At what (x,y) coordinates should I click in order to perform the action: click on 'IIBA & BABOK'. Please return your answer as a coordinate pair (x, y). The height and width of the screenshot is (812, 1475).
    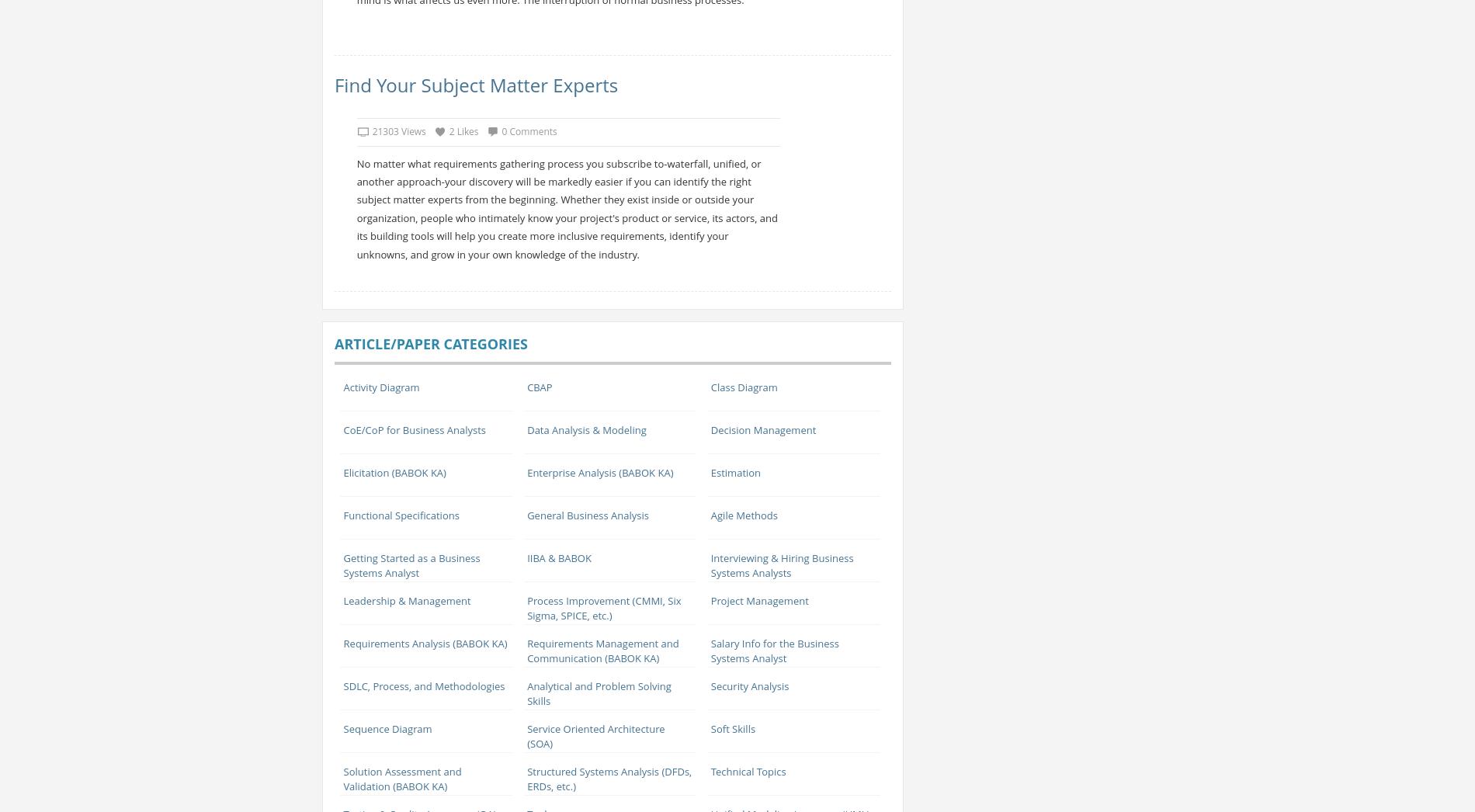
    Looking at the image, I should click on (557, 557).